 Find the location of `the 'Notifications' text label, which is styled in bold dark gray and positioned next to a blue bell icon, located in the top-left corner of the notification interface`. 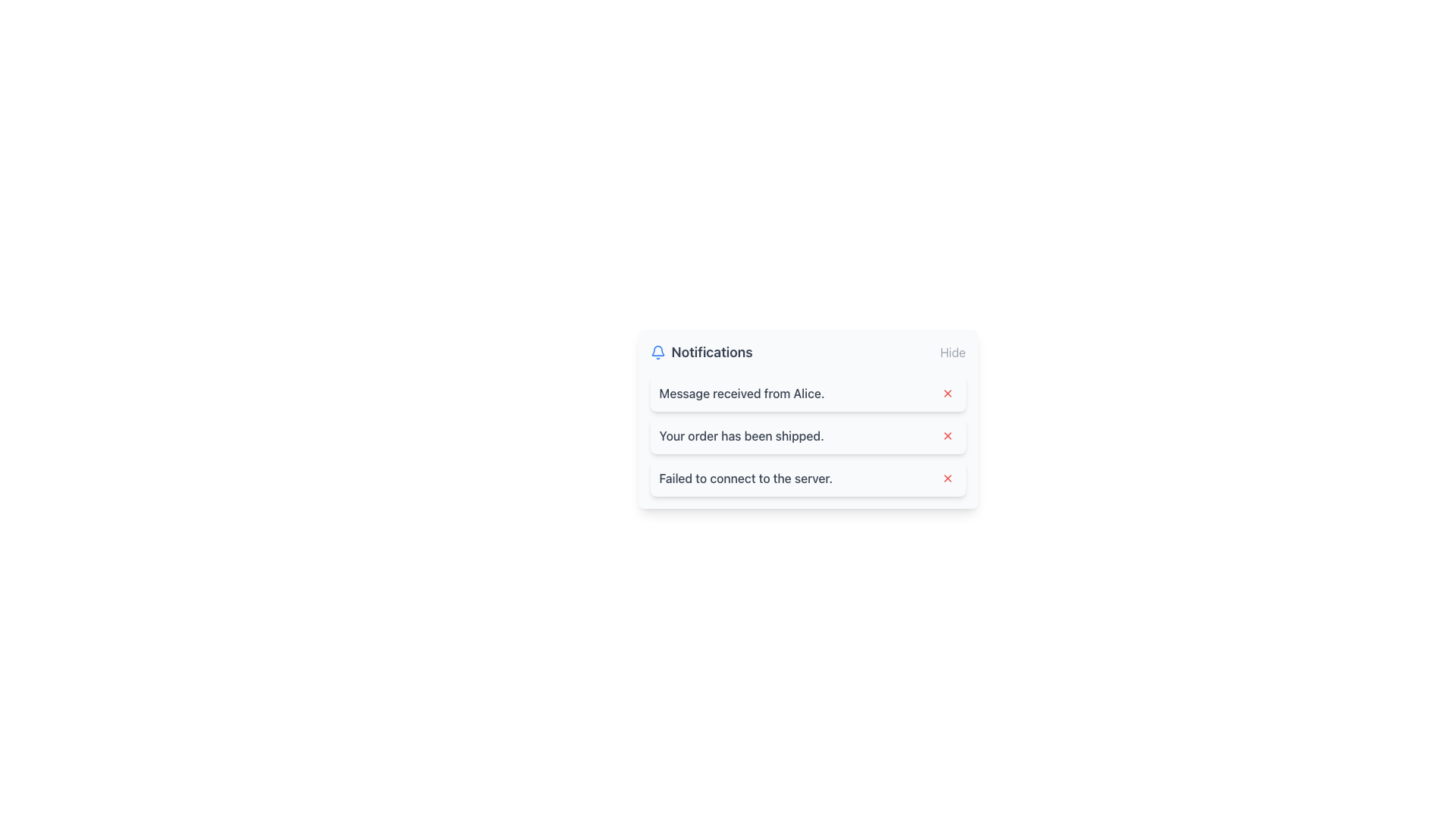

the 'Notifications' text label, which is styled in bold dark gray and positioned next to a blue bell icon, located in the top-left corner of the notification interface is located at coordinates (701, 353).